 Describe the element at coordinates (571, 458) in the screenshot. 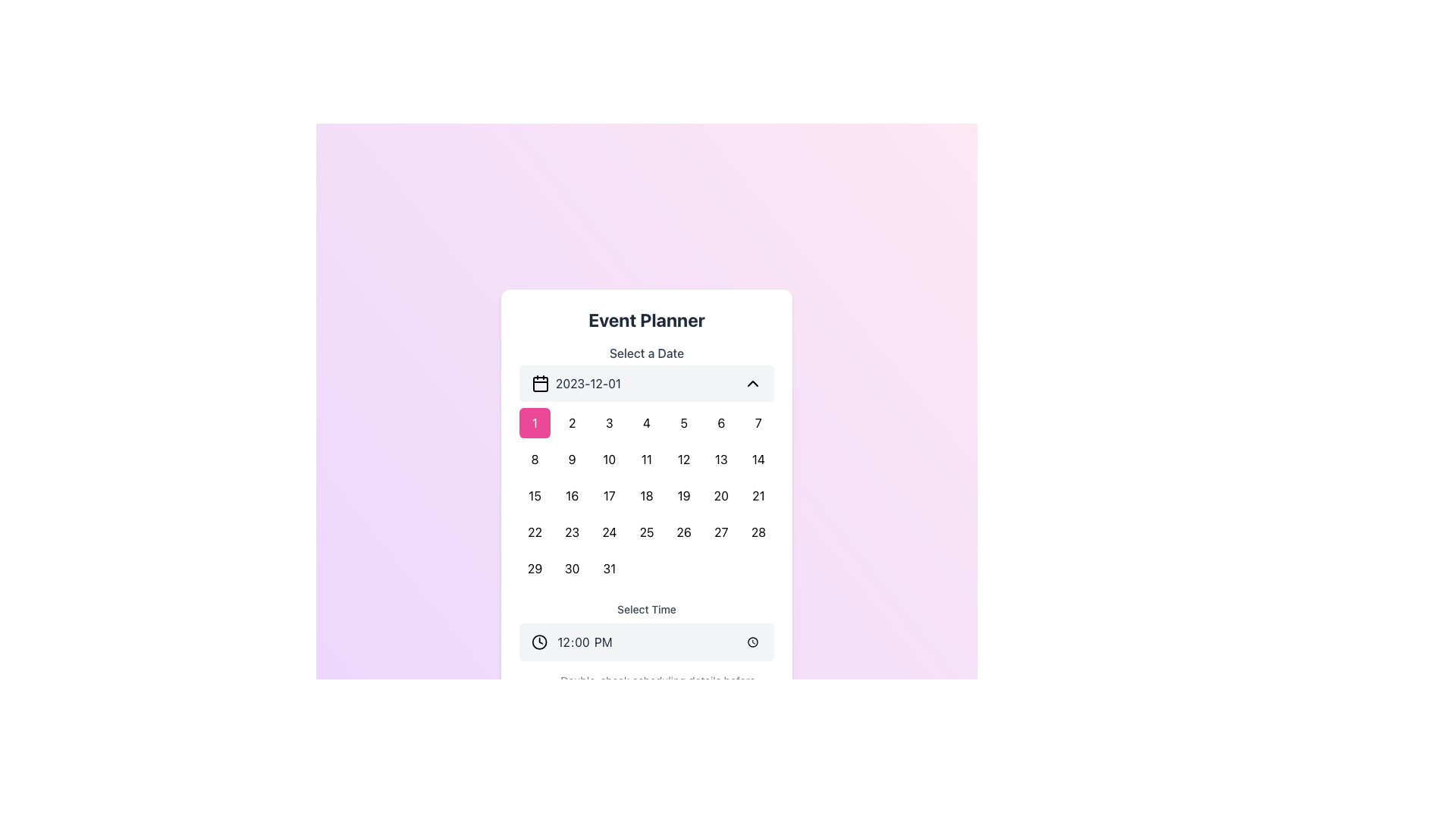

I see `the rounded rectangular button displaying the text '9' in the grid layout to observe hover effects` at that location.